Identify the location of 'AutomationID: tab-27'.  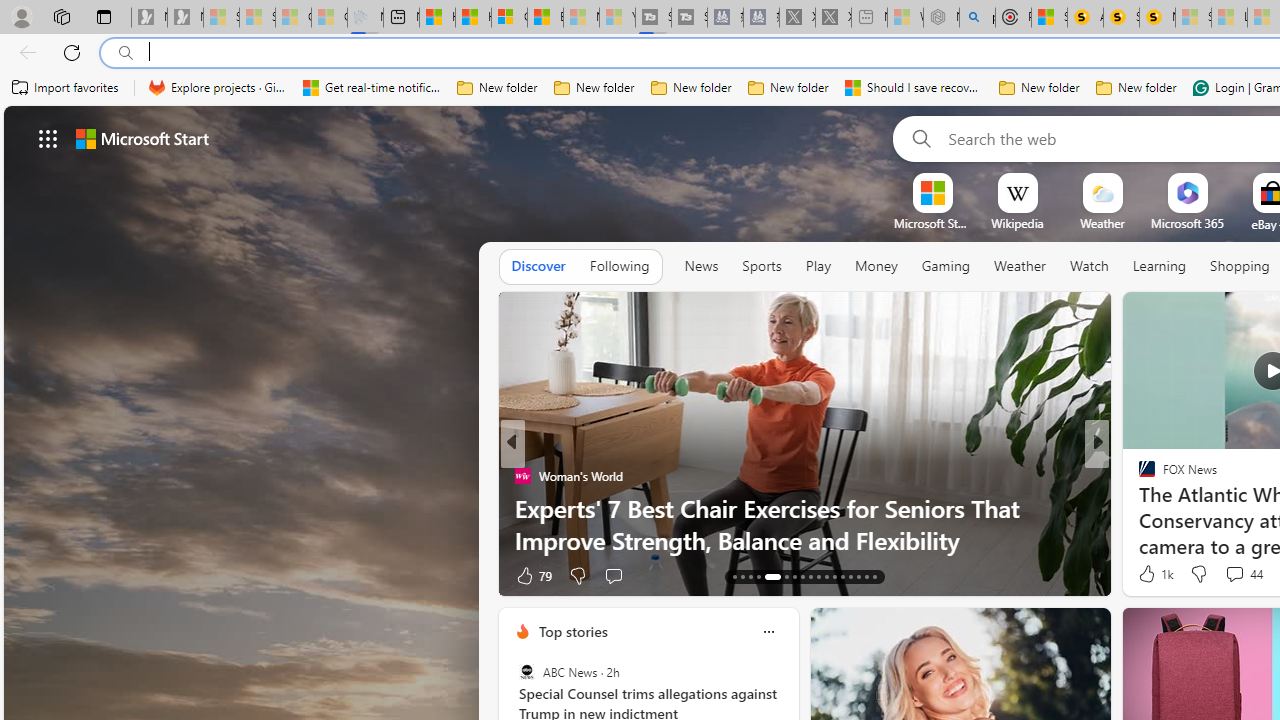
(858, 577).